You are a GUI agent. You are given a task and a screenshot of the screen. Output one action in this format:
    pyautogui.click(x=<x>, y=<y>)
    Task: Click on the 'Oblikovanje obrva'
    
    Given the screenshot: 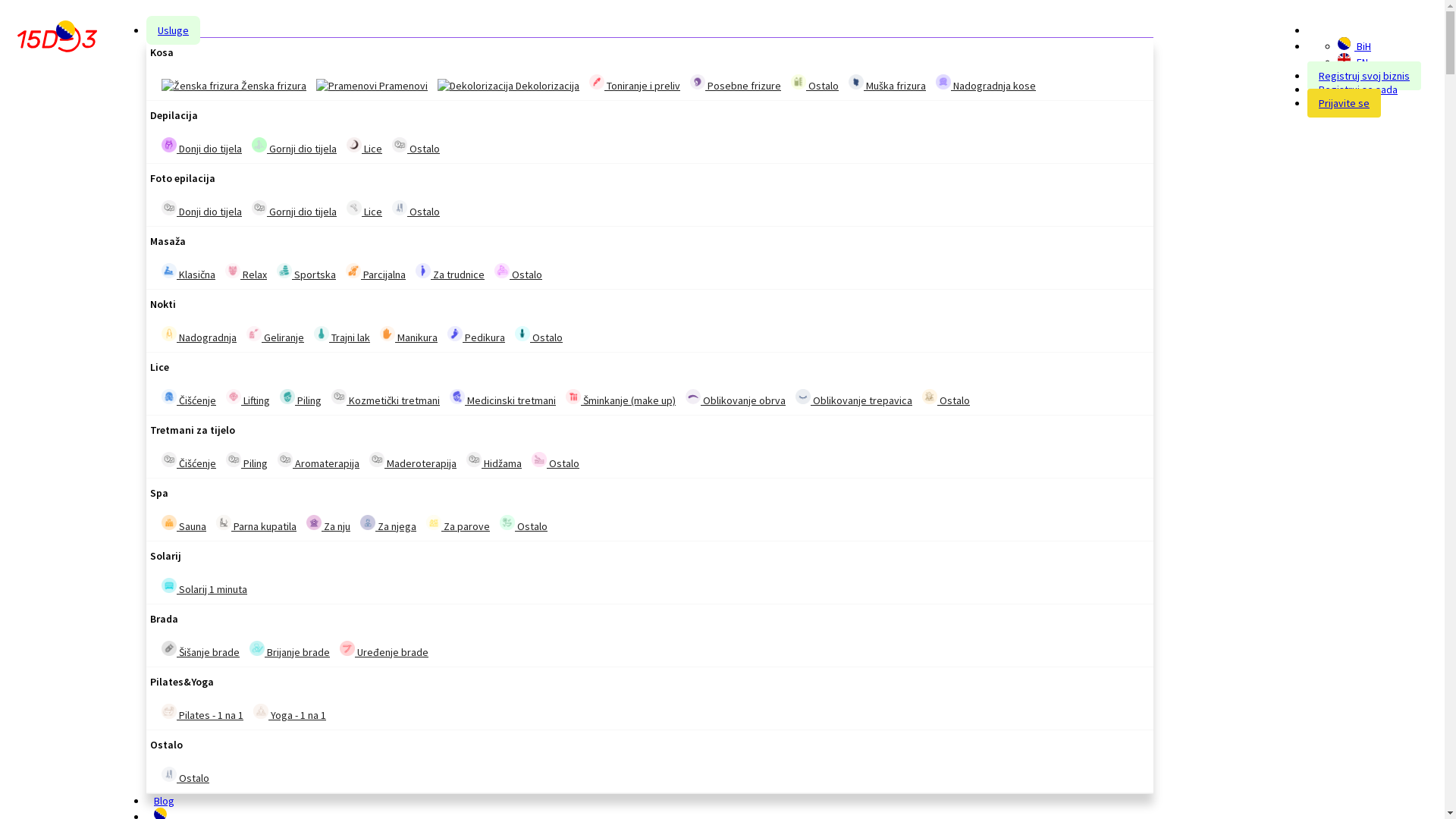 What is the action you would take?
    pyautogui.click(x=735, y=397)
    